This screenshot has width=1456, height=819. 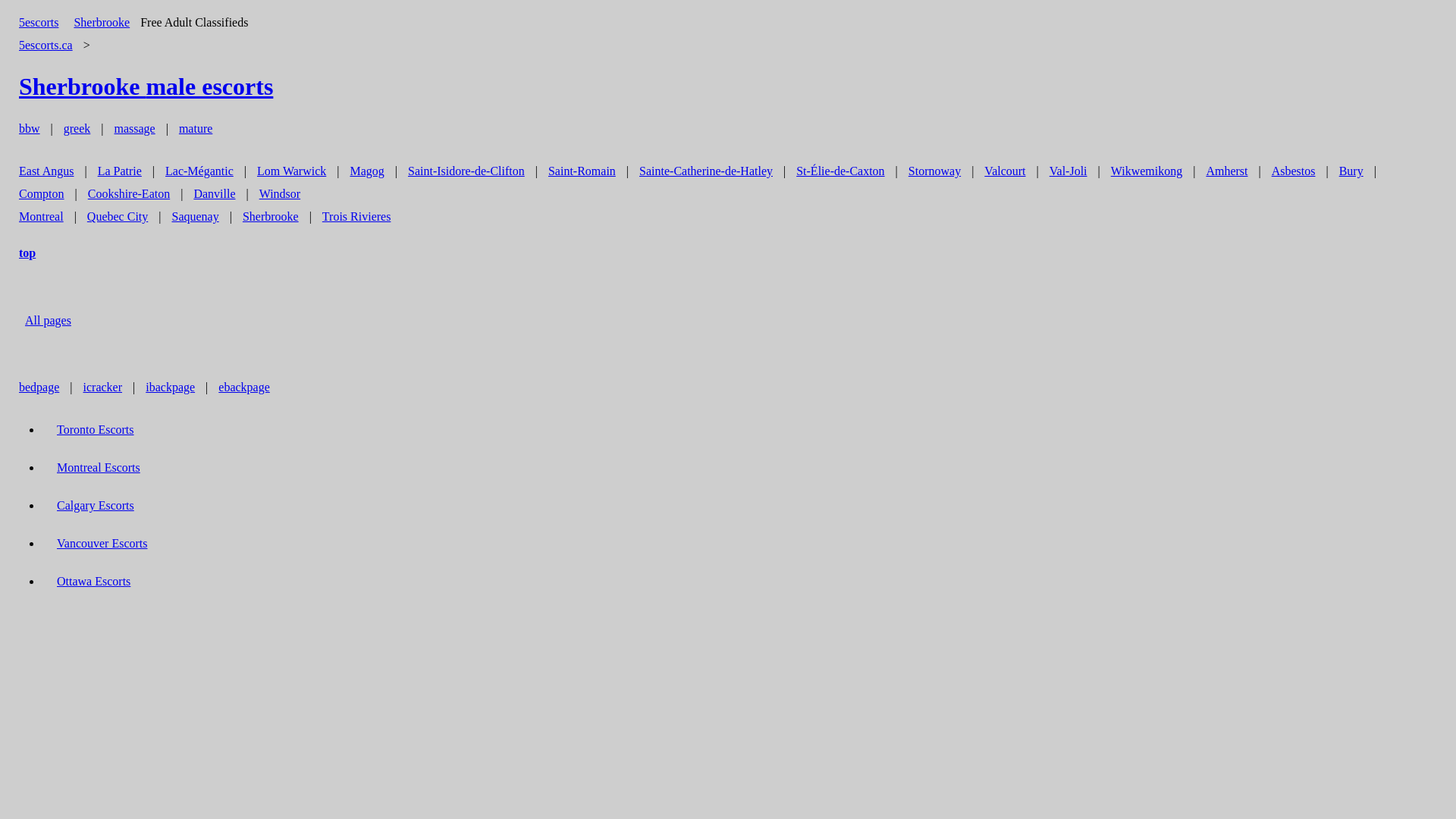 What do you see at coordinates (94, 429) in the screenshot?
I see `'Toronto Escorts'` at bounding box center [94, 429].